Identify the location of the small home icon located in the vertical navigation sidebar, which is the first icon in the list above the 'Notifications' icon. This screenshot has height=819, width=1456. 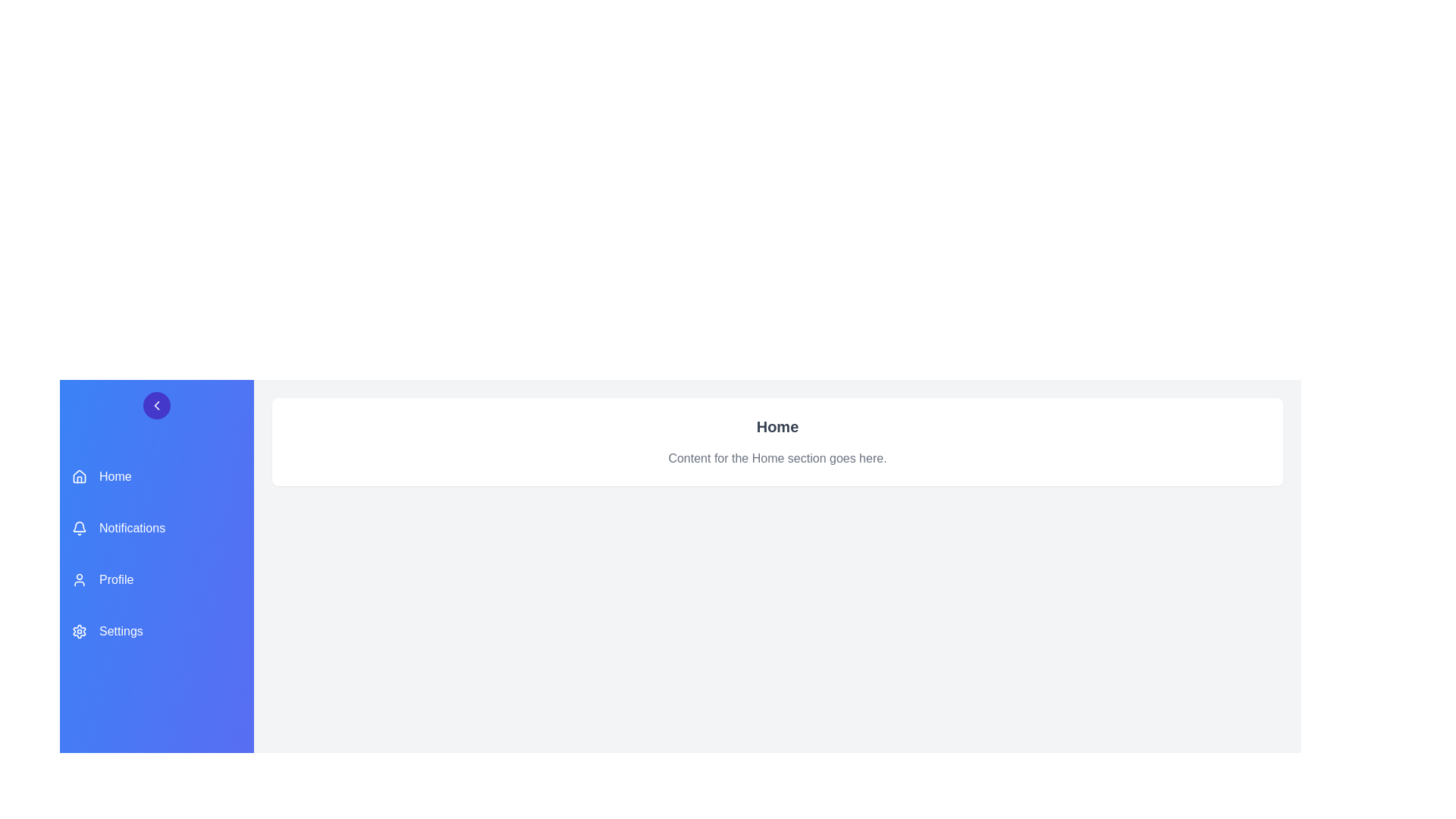
(79, 475).